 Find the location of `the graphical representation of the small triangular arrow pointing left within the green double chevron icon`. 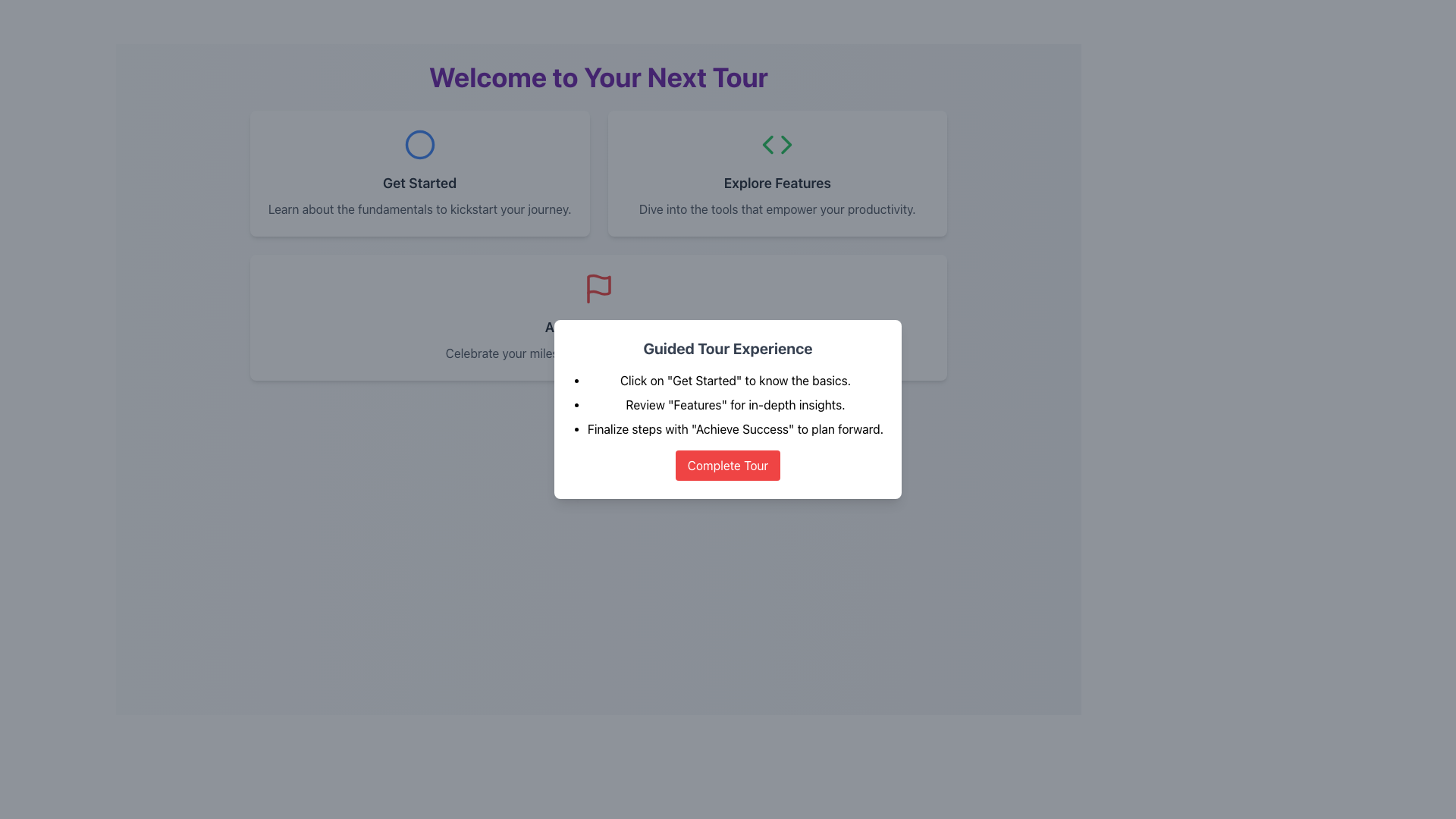

the graphical representation of the small triangular arrow pointing left within the green double chevron icon is located at coordinates (768, 145).